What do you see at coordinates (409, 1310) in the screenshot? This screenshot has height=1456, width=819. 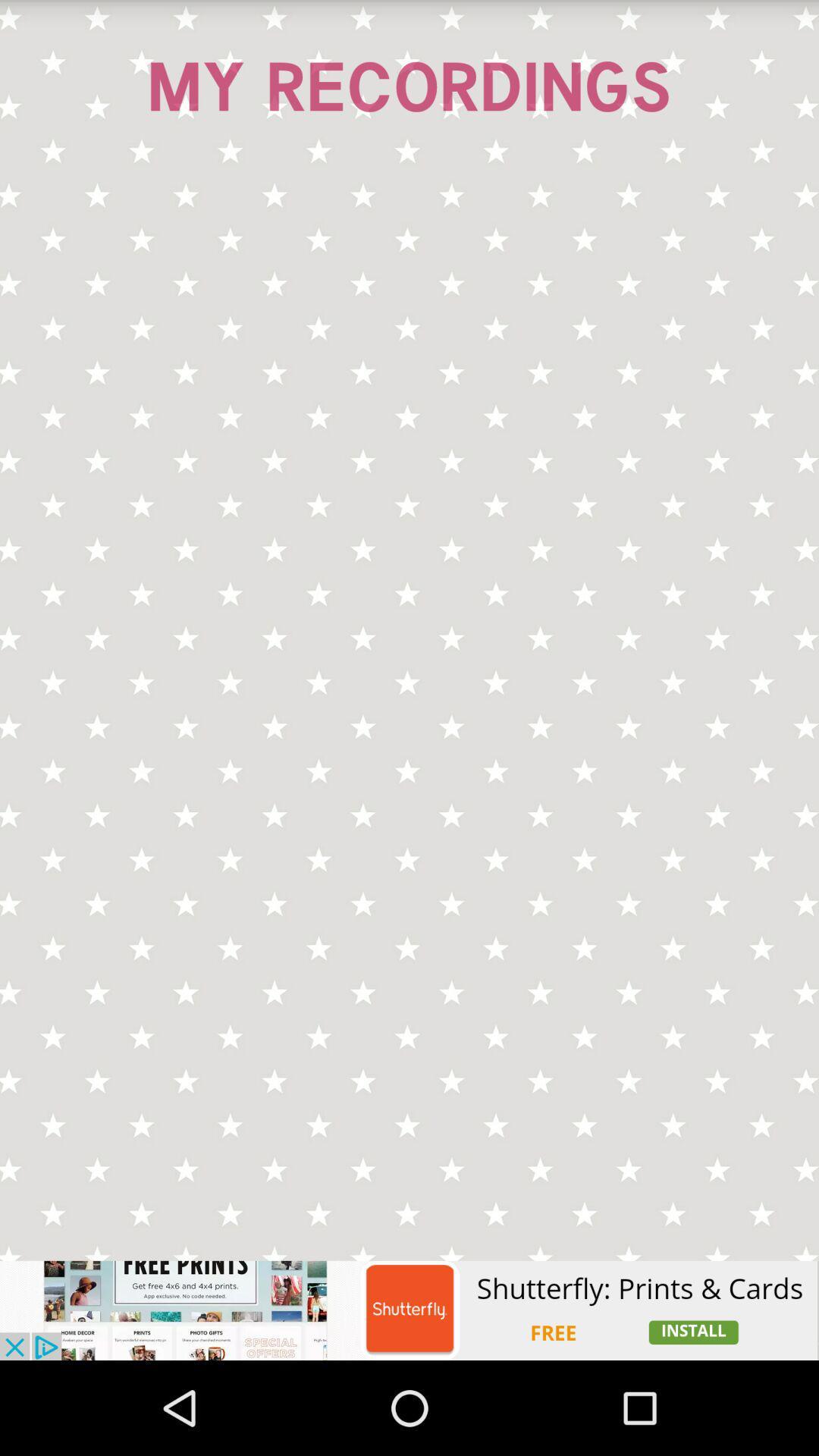 I see `advertisement bar` at bounding box center [409, 1310].